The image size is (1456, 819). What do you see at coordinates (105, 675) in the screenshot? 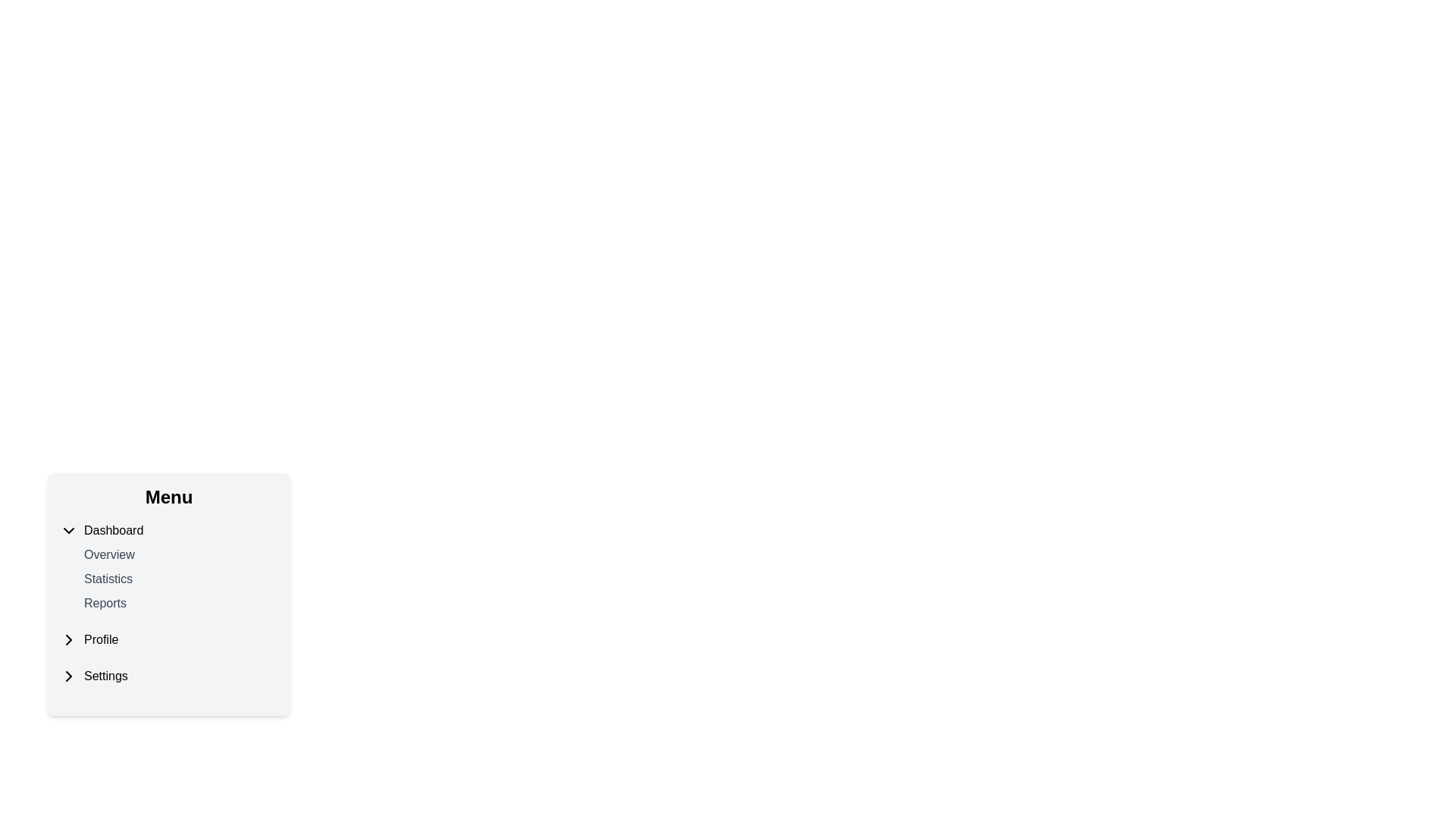
I see `the 'Settings' static text label` at bounding box center [105, 675].